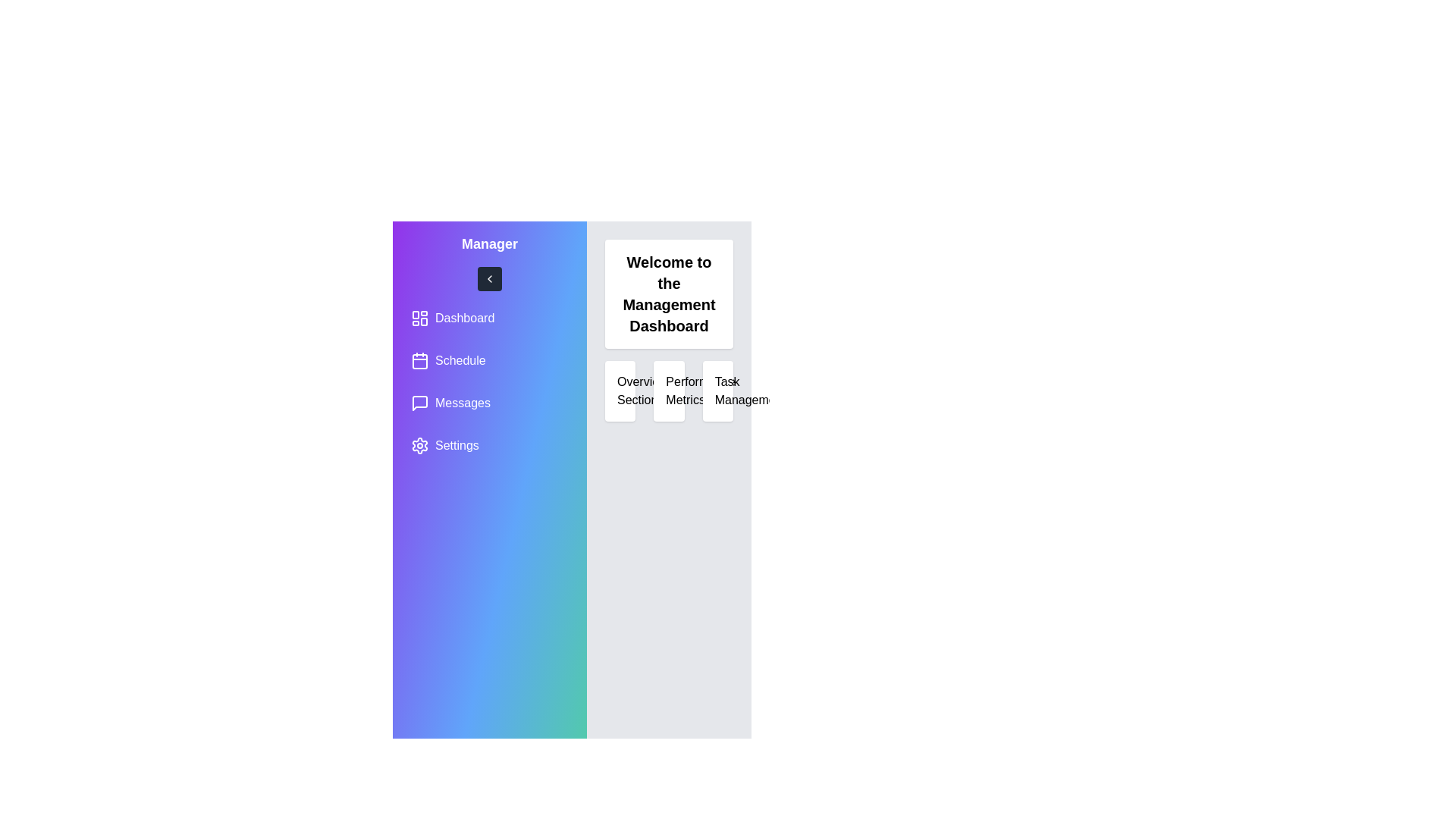 This screenshot has height=819, width=1456. I want to click on the Static informational card with the text 'Overview Section', which is a rectangular card with a white background and rounded corners located in the first column of a three-column layout, so click(620, 391).